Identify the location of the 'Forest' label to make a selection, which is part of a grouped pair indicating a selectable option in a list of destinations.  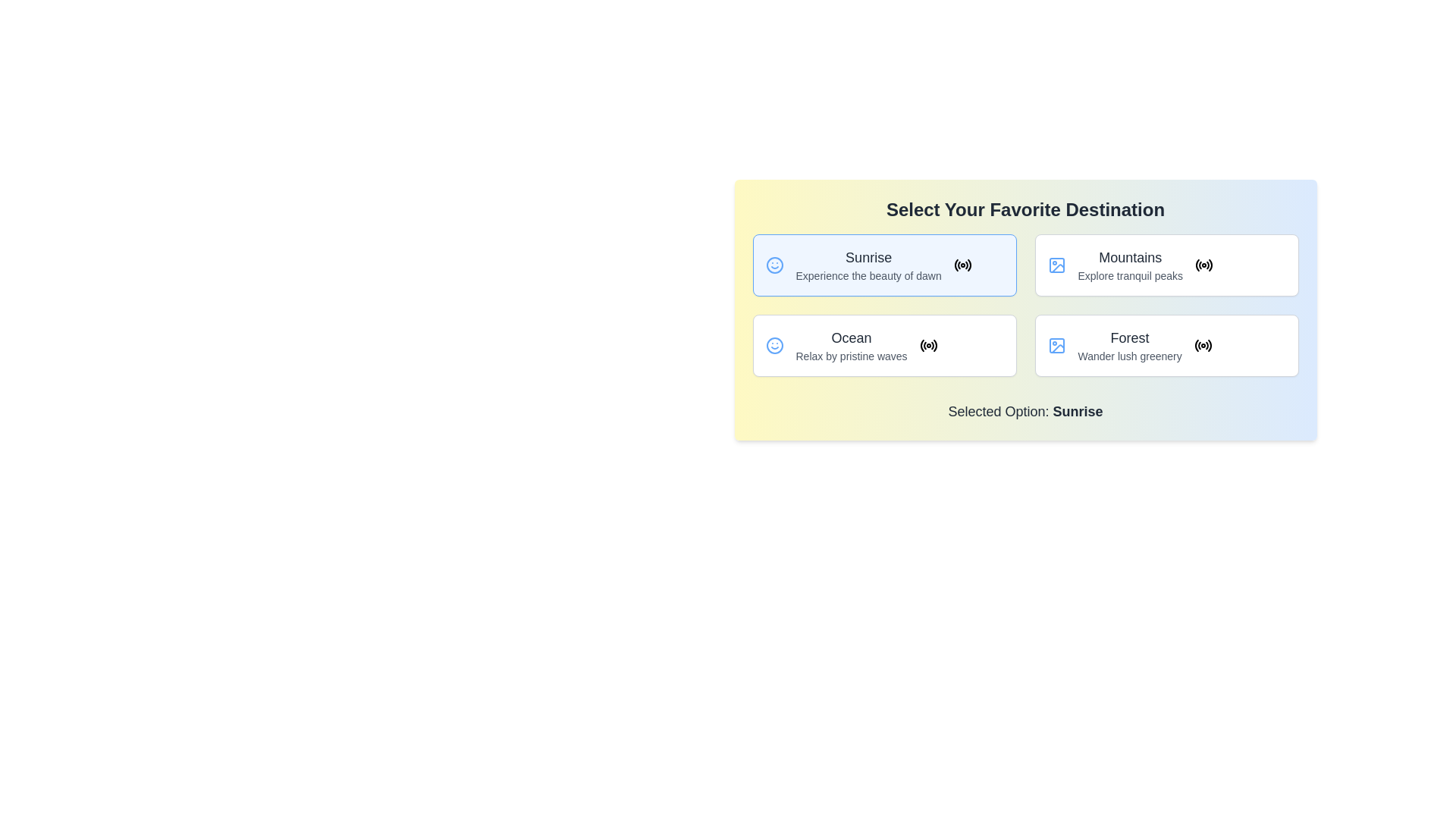
(1129, 337).